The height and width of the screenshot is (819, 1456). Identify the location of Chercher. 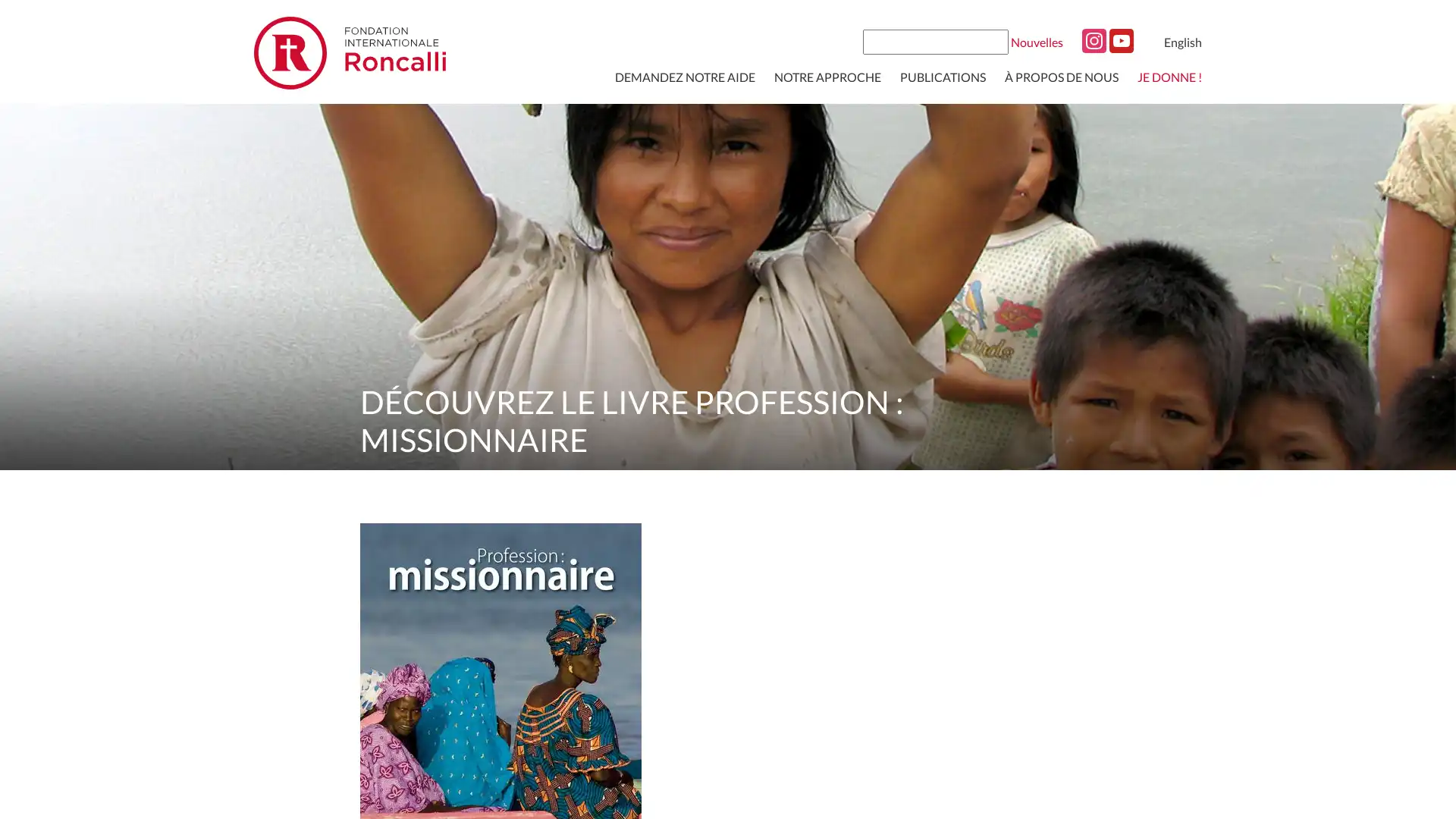
(995, 40).